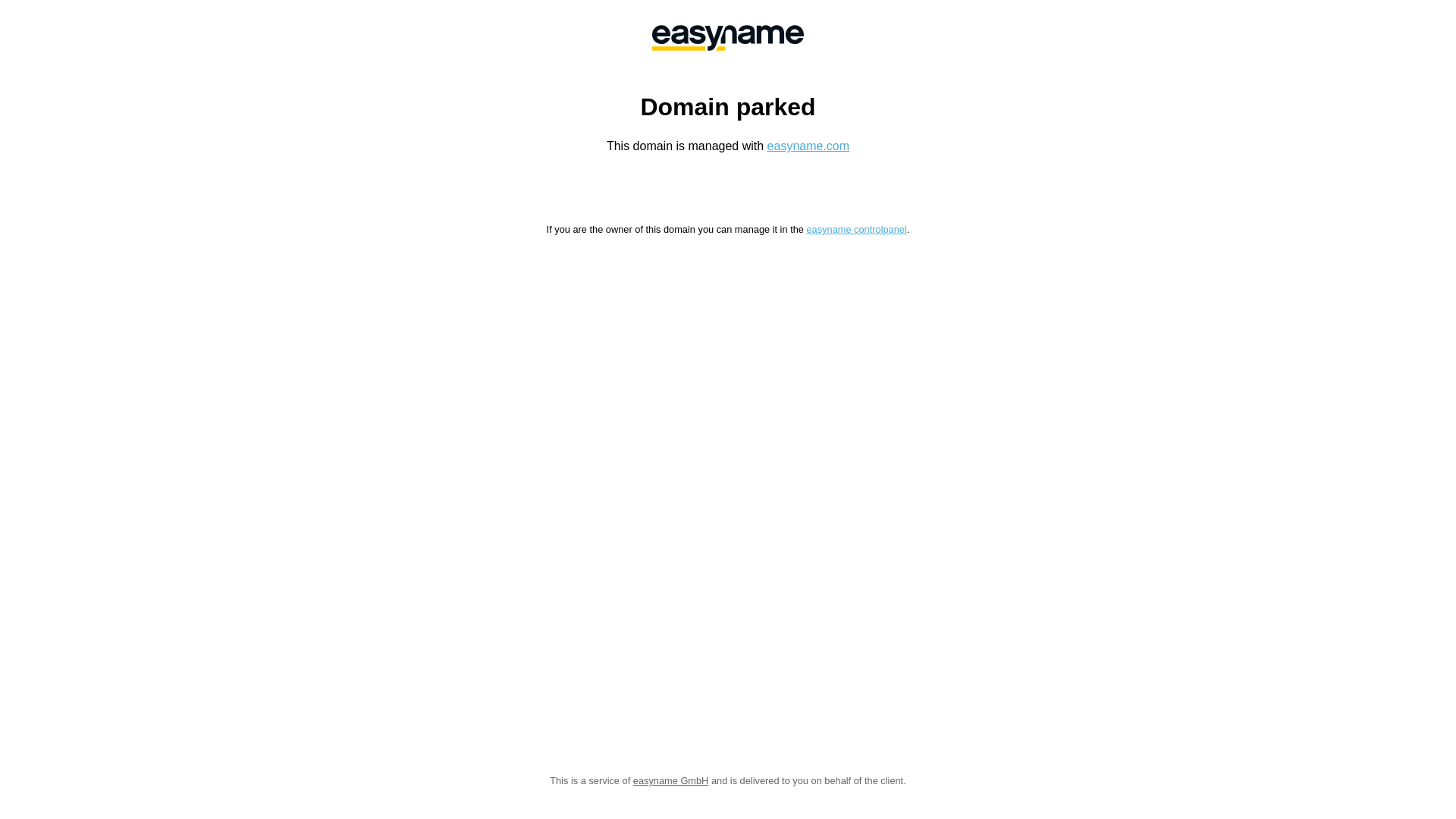 The image size is (1456, 819). I want to click on 'easyname GmbH', so click(728, 37).